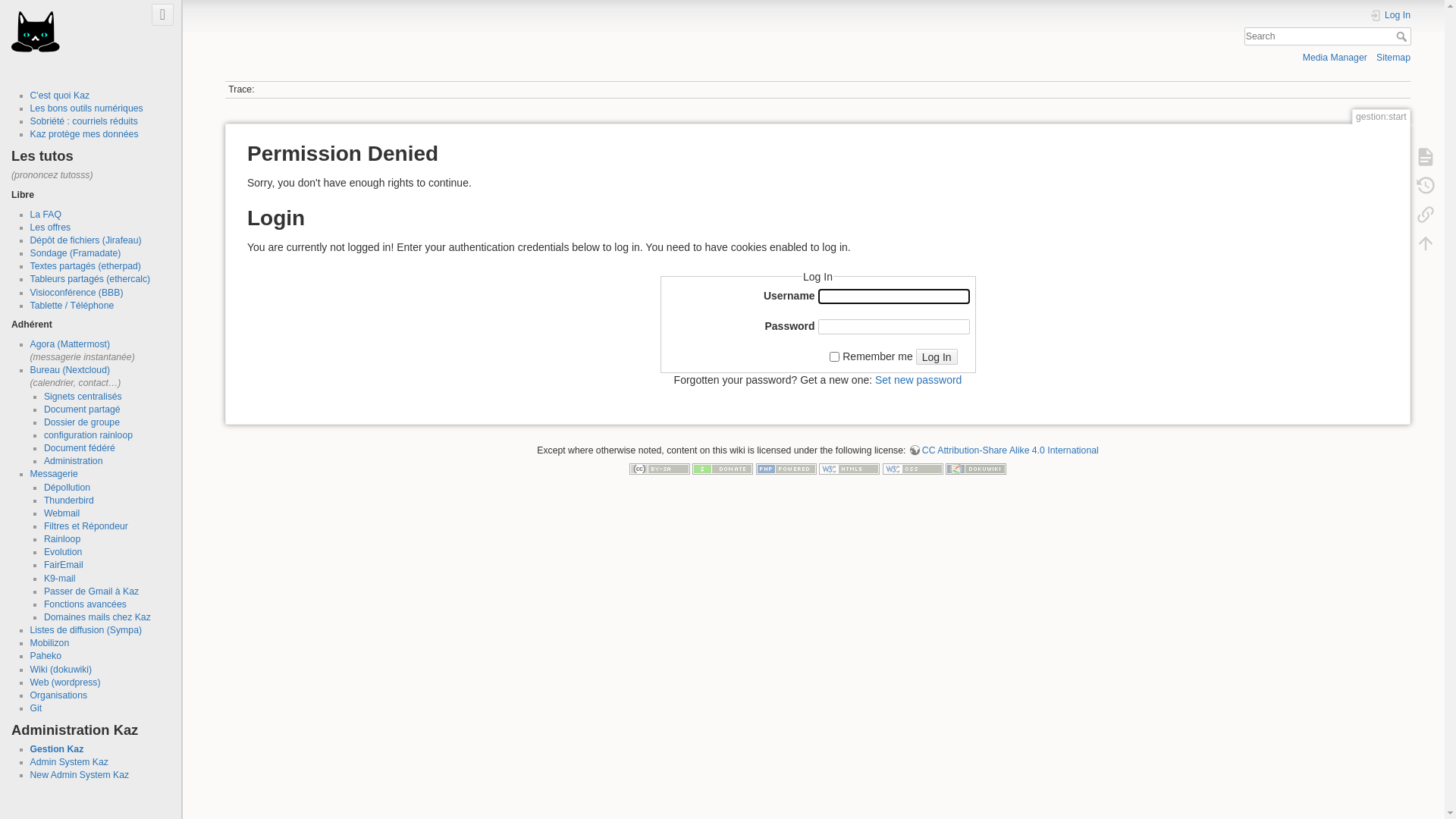 This screenshot has height=819, width=1456. What do you see at coordinates (936, 356) in the screenshot?
I see `'Log In'` at bounding box center [936, 356].